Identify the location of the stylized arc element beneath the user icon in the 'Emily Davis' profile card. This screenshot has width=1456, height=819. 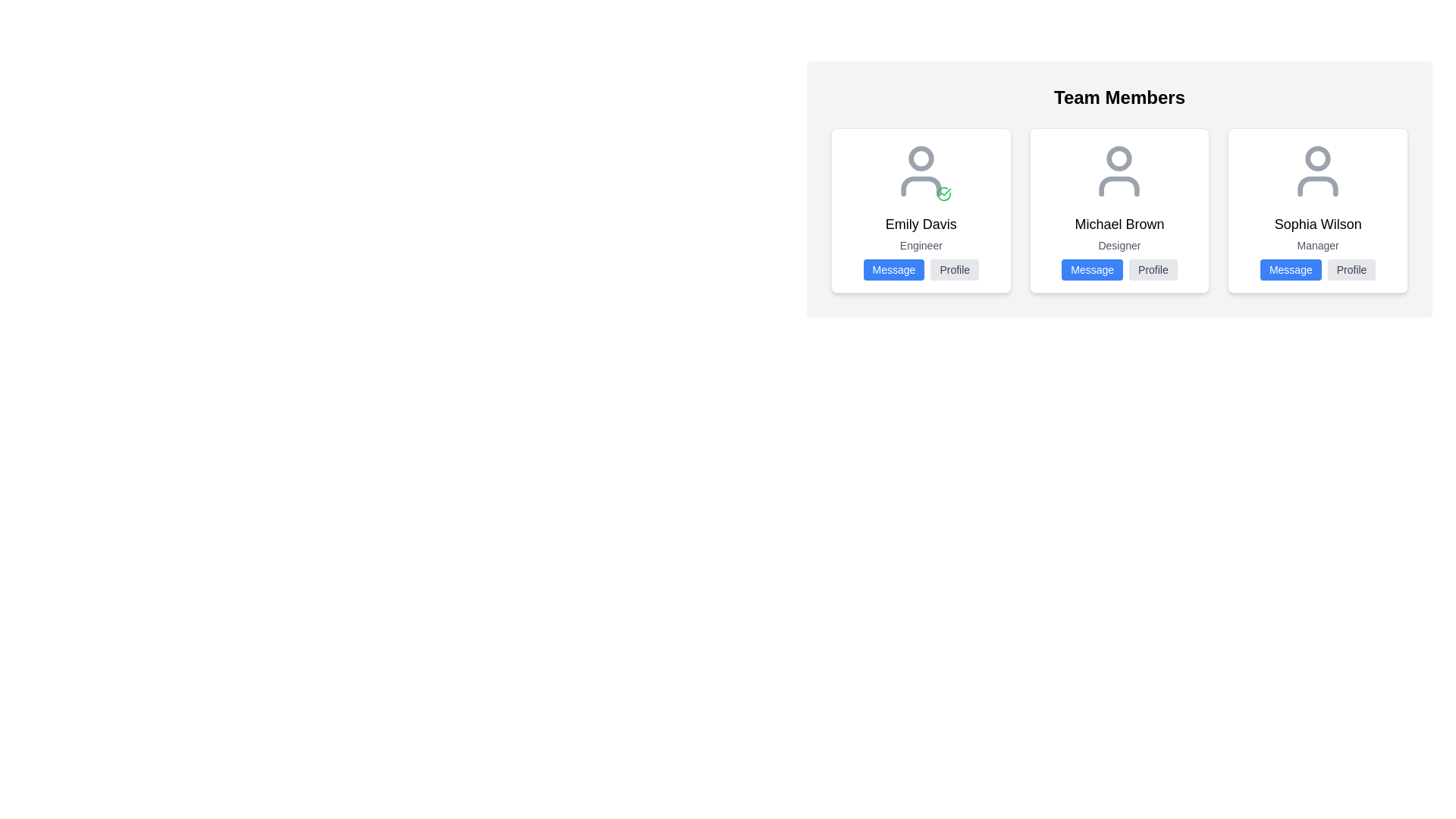
(920, 186).